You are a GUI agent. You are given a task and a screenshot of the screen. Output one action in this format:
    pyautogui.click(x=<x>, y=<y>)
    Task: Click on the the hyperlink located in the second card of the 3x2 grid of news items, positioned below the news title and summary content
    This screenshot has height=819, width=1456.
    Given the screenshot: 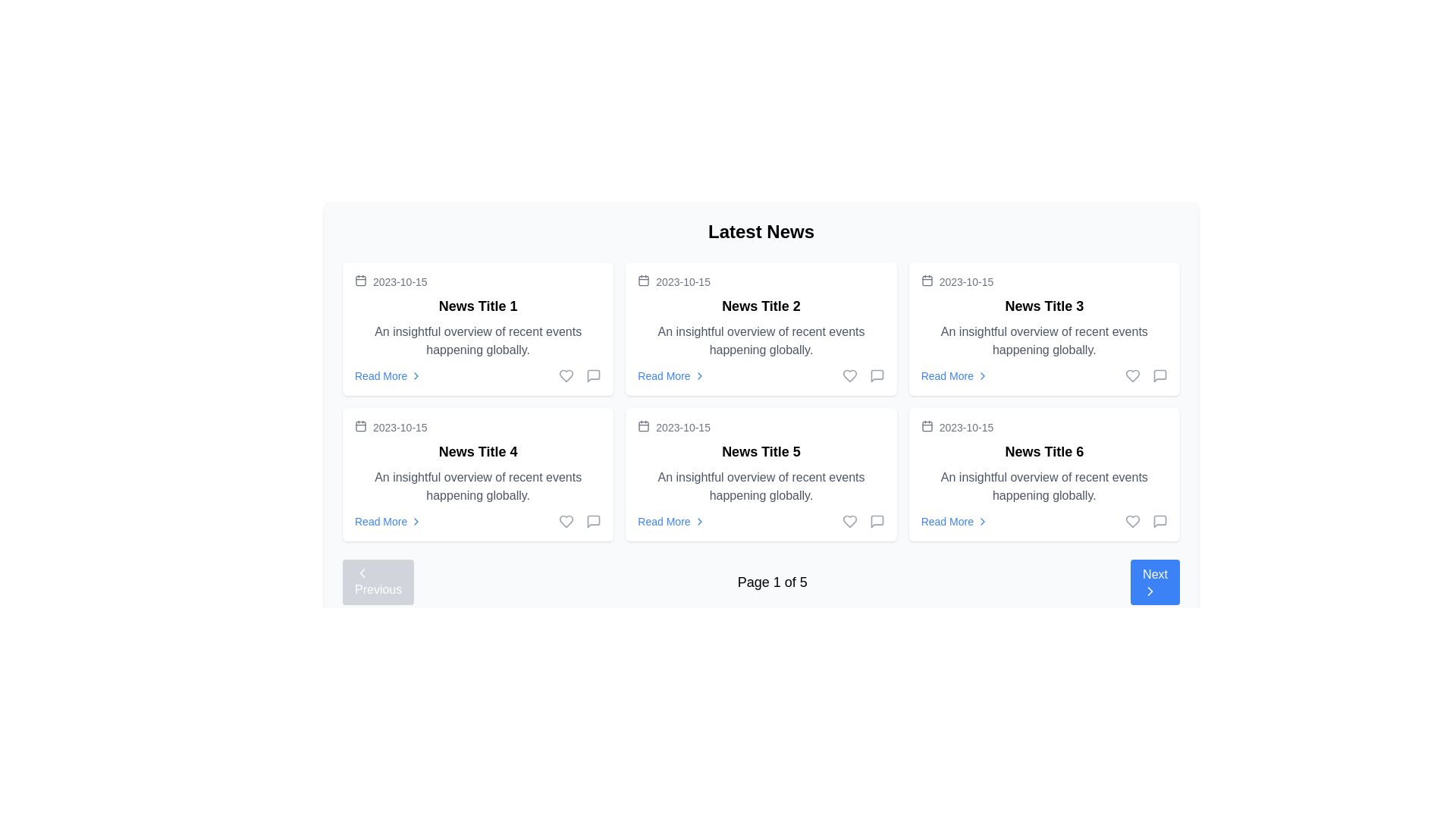 What is the action you would take?
    pyautogui.click(x=664, y=375)
    